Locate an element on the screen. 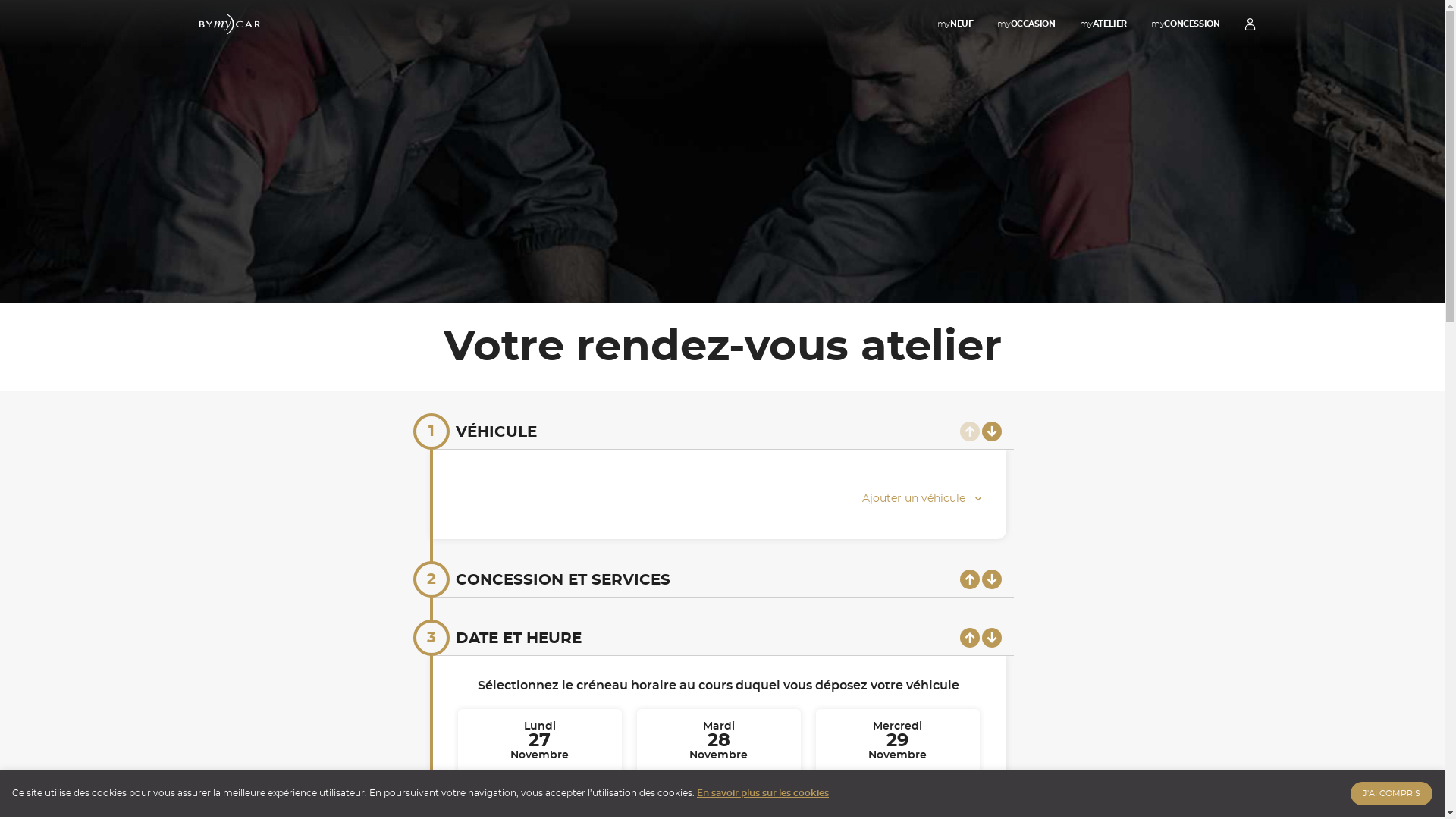 Image resolution: width=1456 pixels, height=819 pixels. 'En savoir plus sur les cookies' is located at coordinates (763, 792).